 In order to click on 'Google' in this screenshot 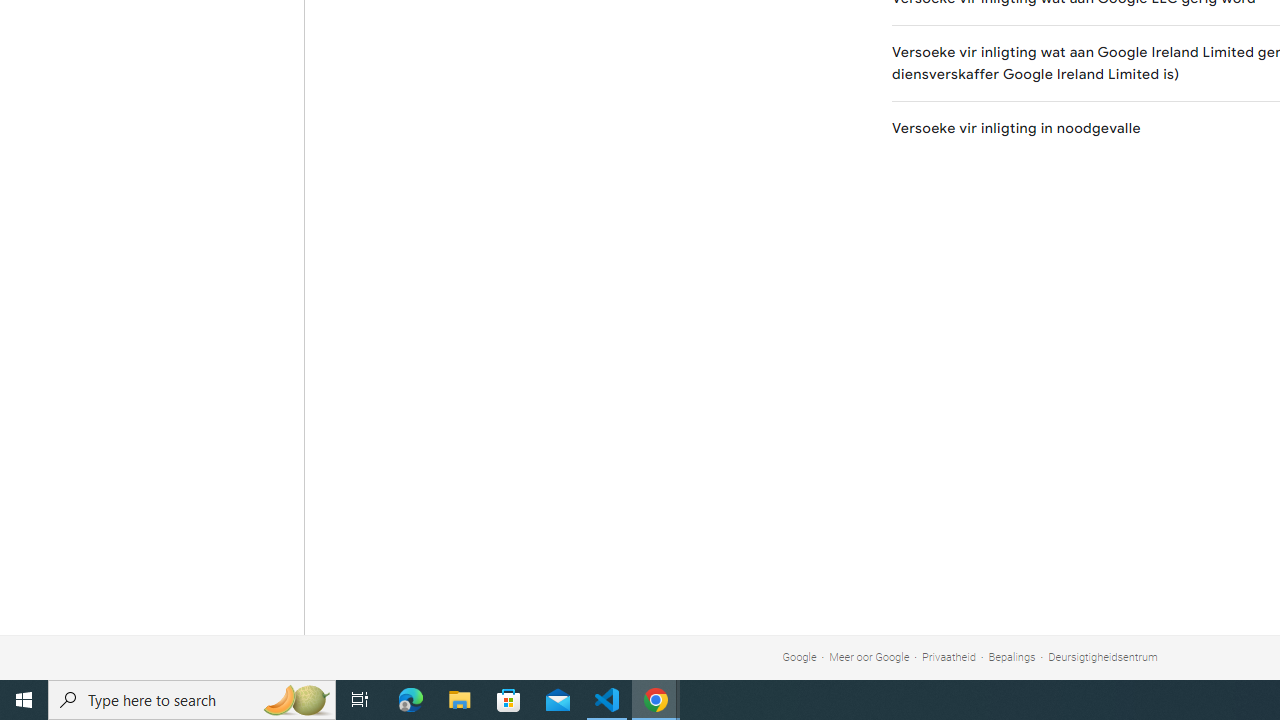, I will do `click(798, 657)`.